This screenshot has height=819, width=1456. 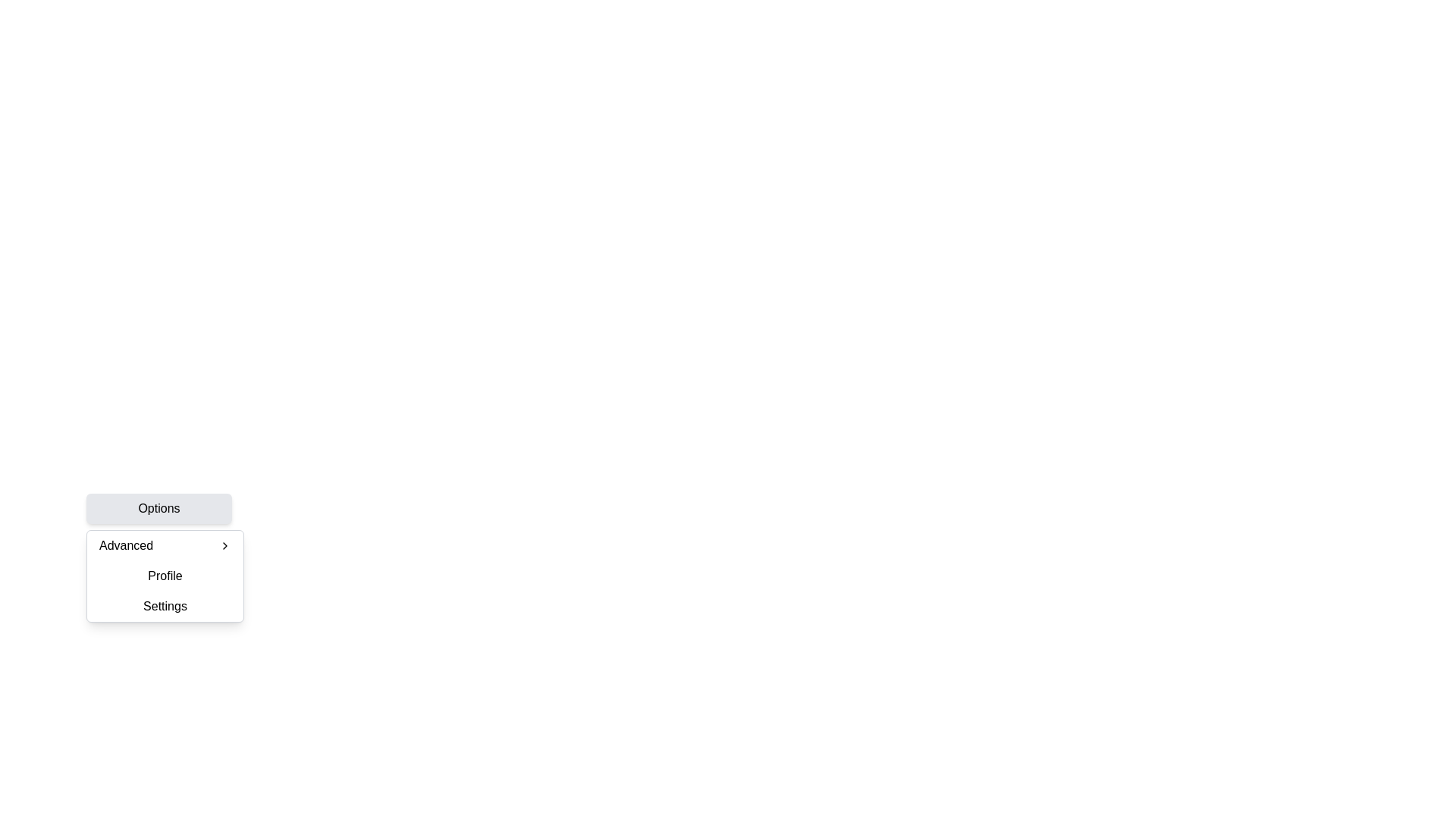 What do you see at coordinates (224, 546) in the screenshot?
I see `the right-pointing chevron icon located inside the dropdown menu under the 'Advanced' item` at bounding box center [224, 546].